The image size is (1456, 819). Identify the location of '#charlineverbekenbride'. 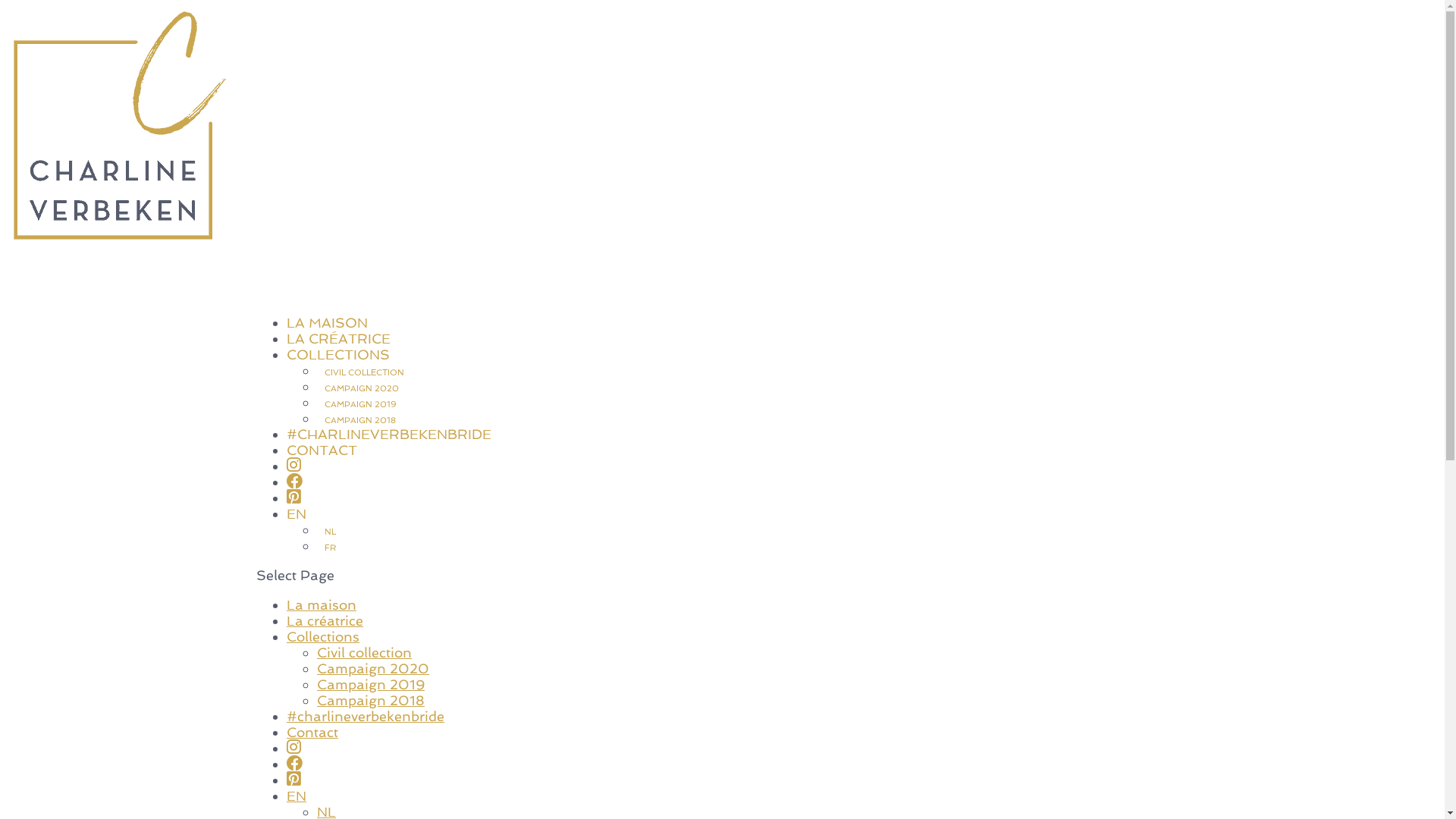
(365, 716).